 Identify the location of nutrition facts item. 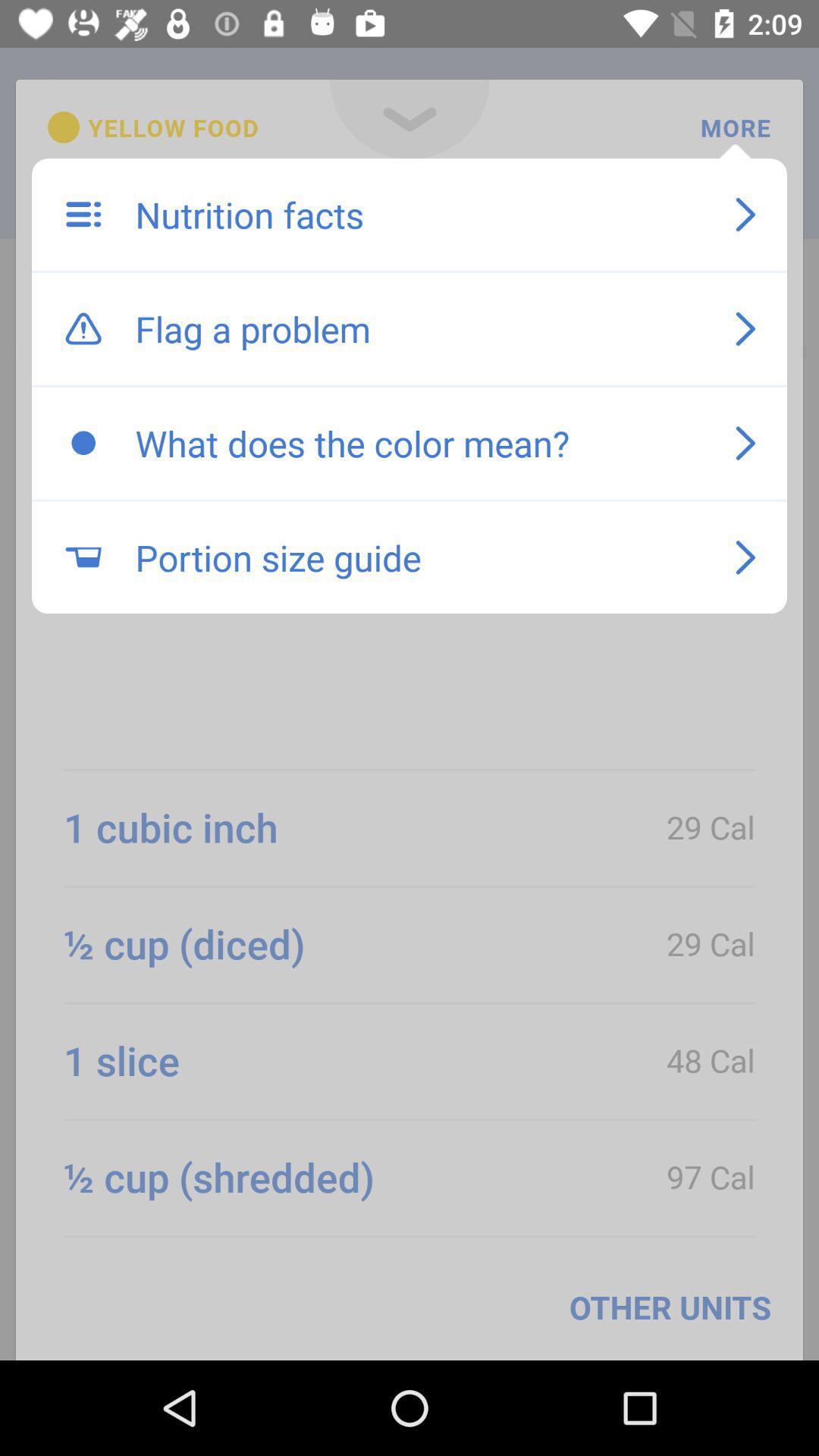
(419, 214).